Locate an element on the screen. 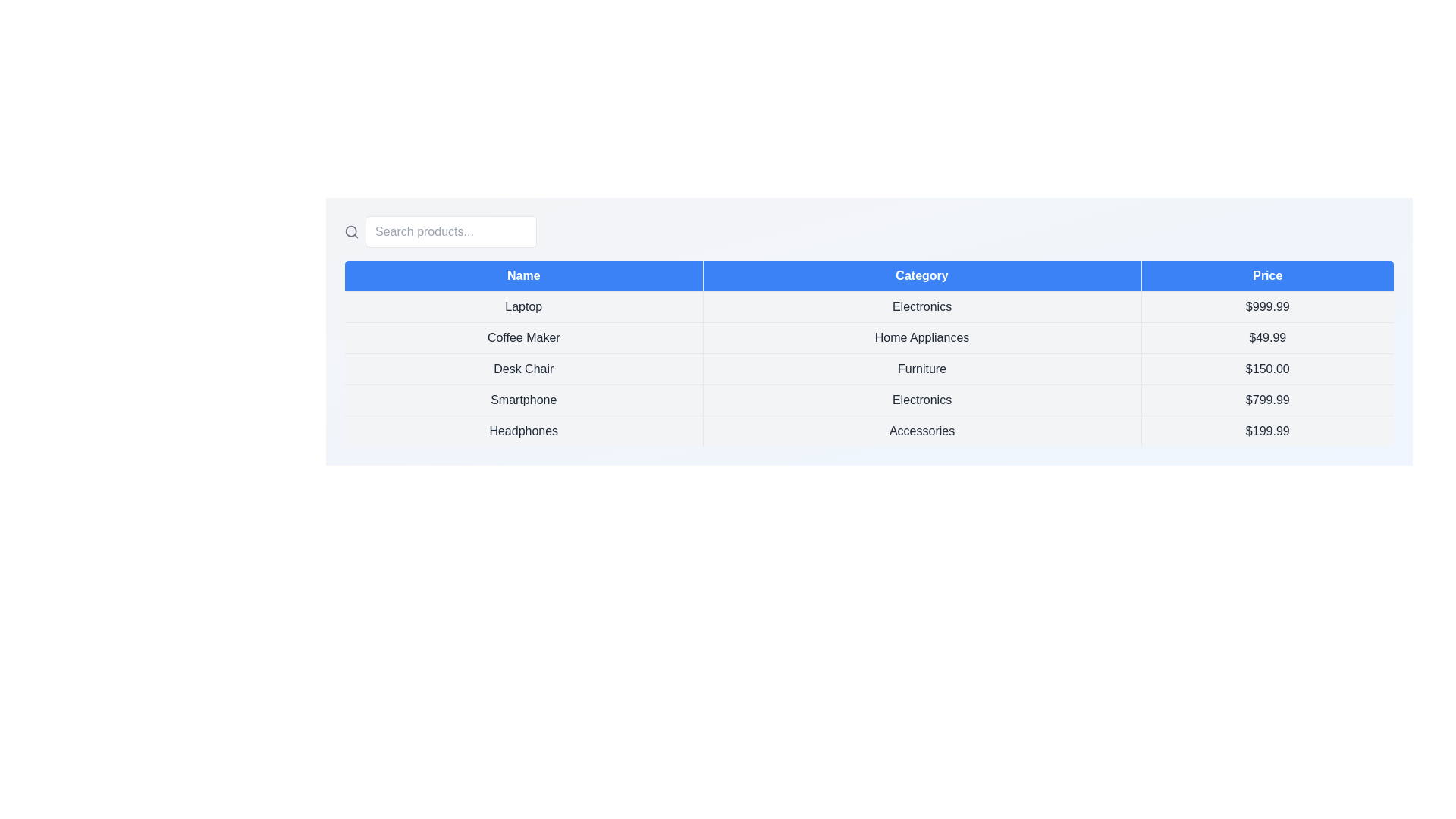  the product name text label is located at coordinates (523, 307).